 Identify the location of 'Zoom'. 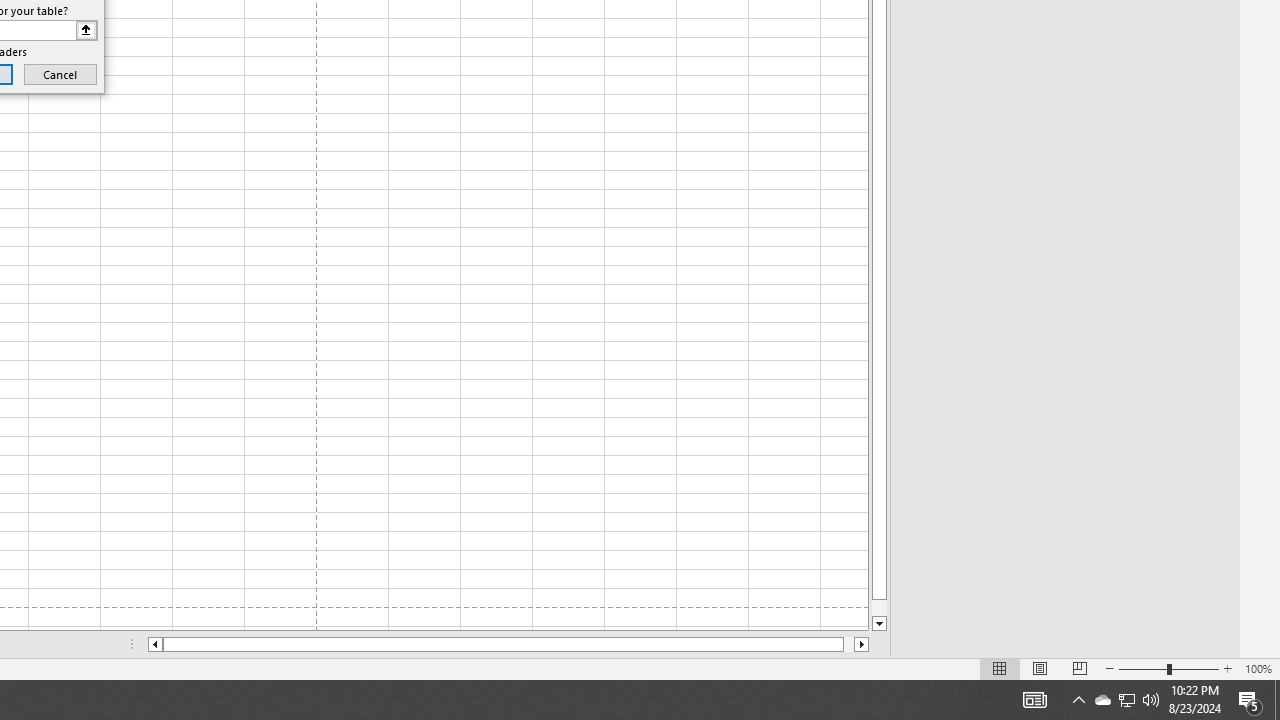
(1168, 669).